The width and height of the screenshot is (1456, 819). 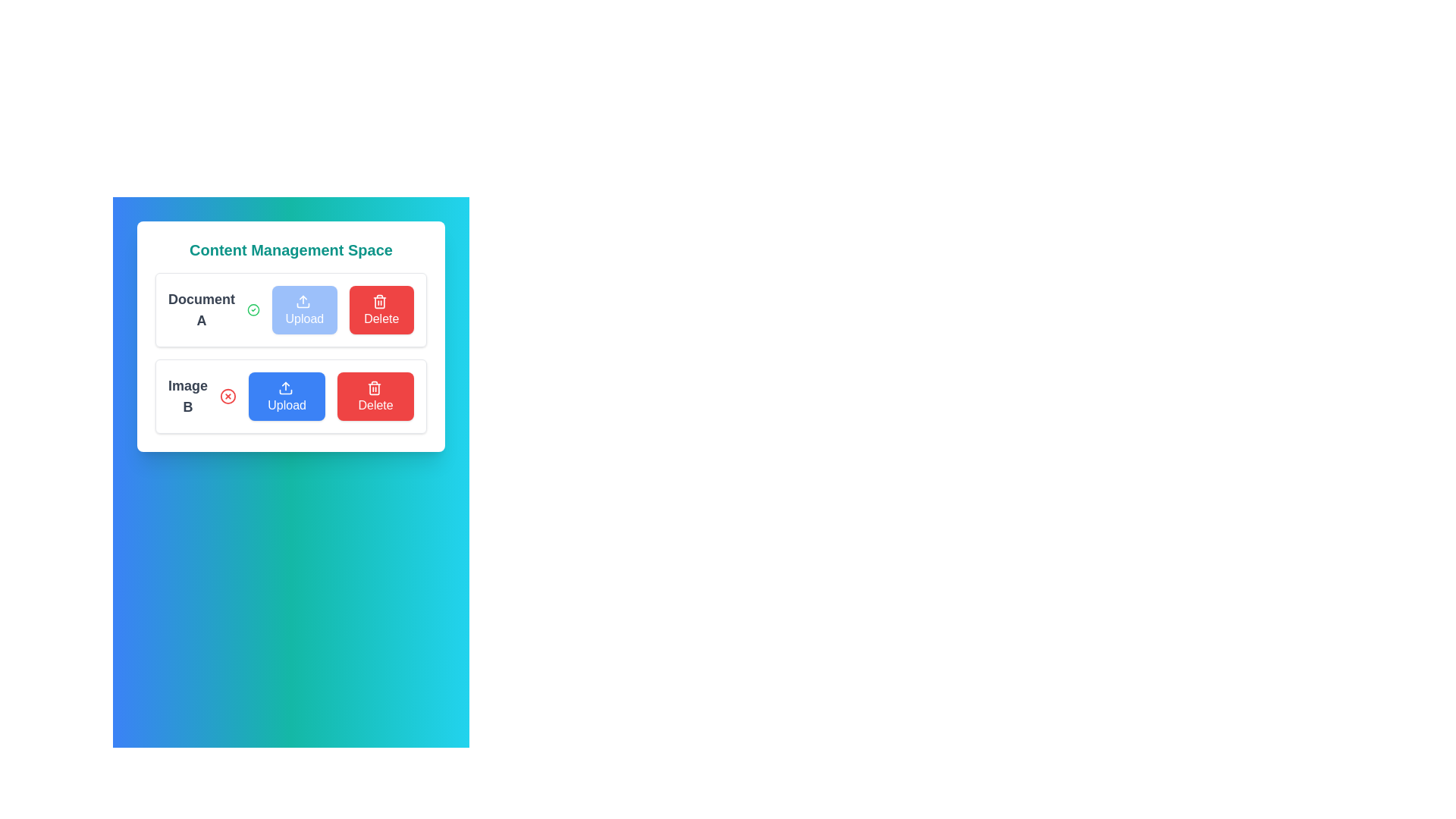 What do you see at coordinates (227, 396) in the screenshot?
I see `the 'Not Uploaded' icon for 'Image B', which is visually represented in red and located to the left of the 'Upload' button` at bounding box center [227, 396].